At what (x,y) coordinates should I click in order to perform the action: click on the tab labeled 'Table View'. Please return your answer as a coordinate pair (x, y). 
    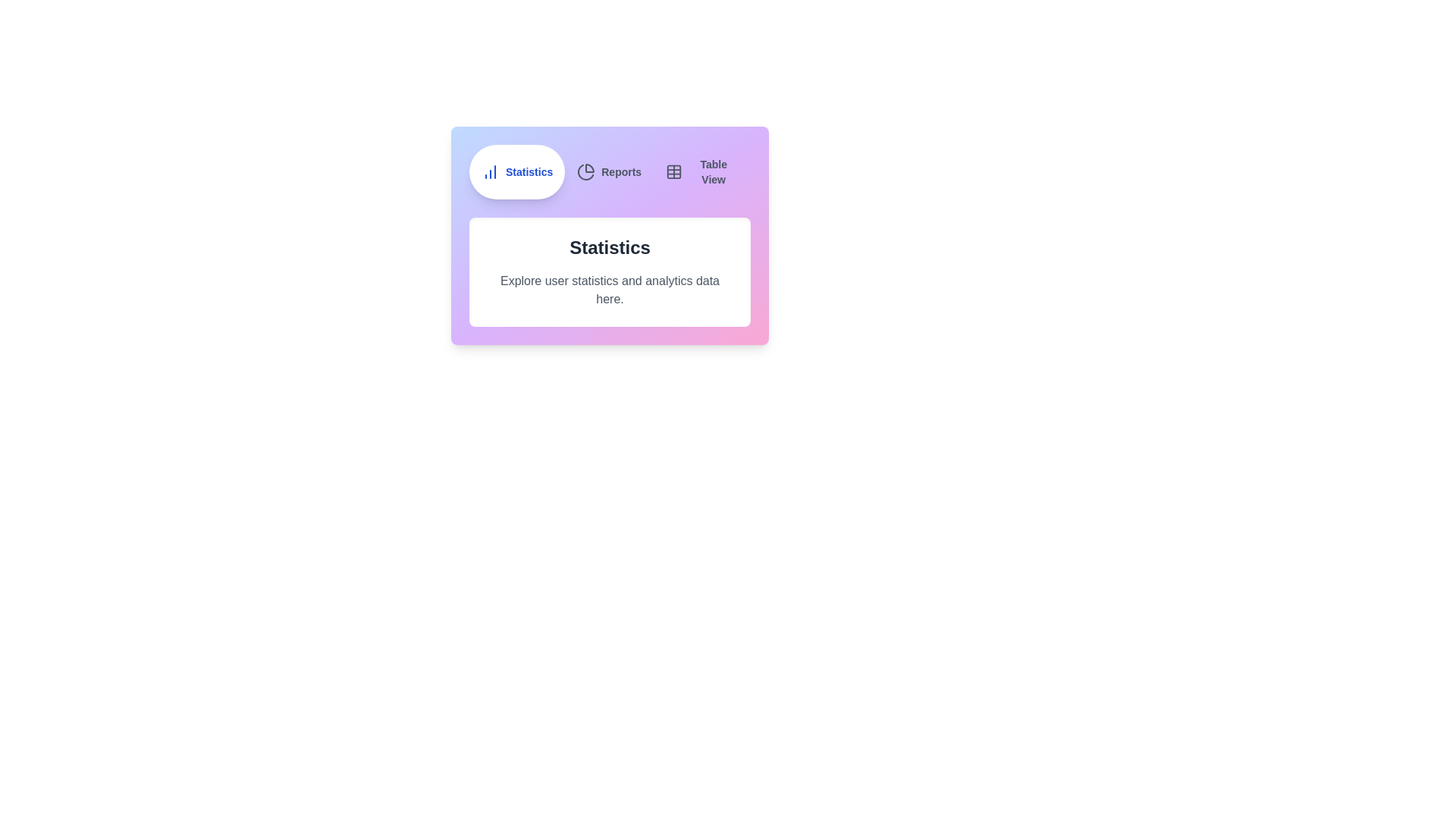
    Looking at the image, I should click on (701, 171).